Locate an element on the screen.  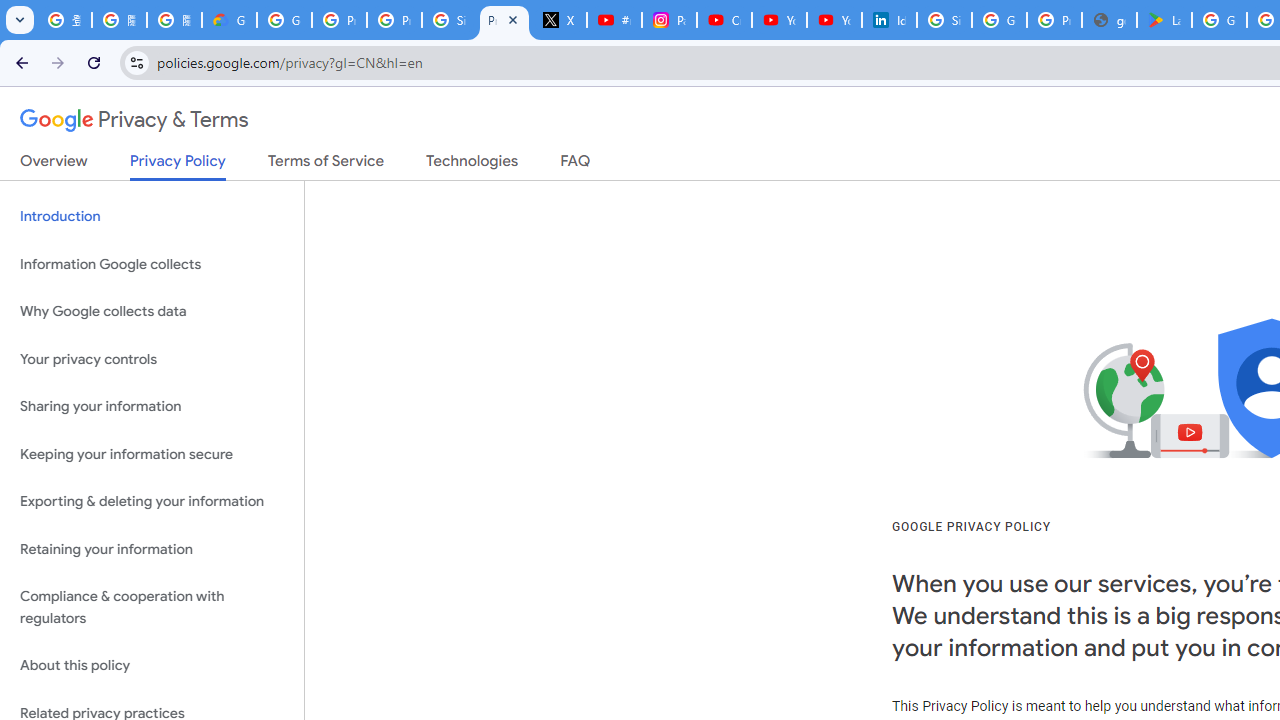
'Sign in - Google Accounts' is located at coordinates (448, 20).